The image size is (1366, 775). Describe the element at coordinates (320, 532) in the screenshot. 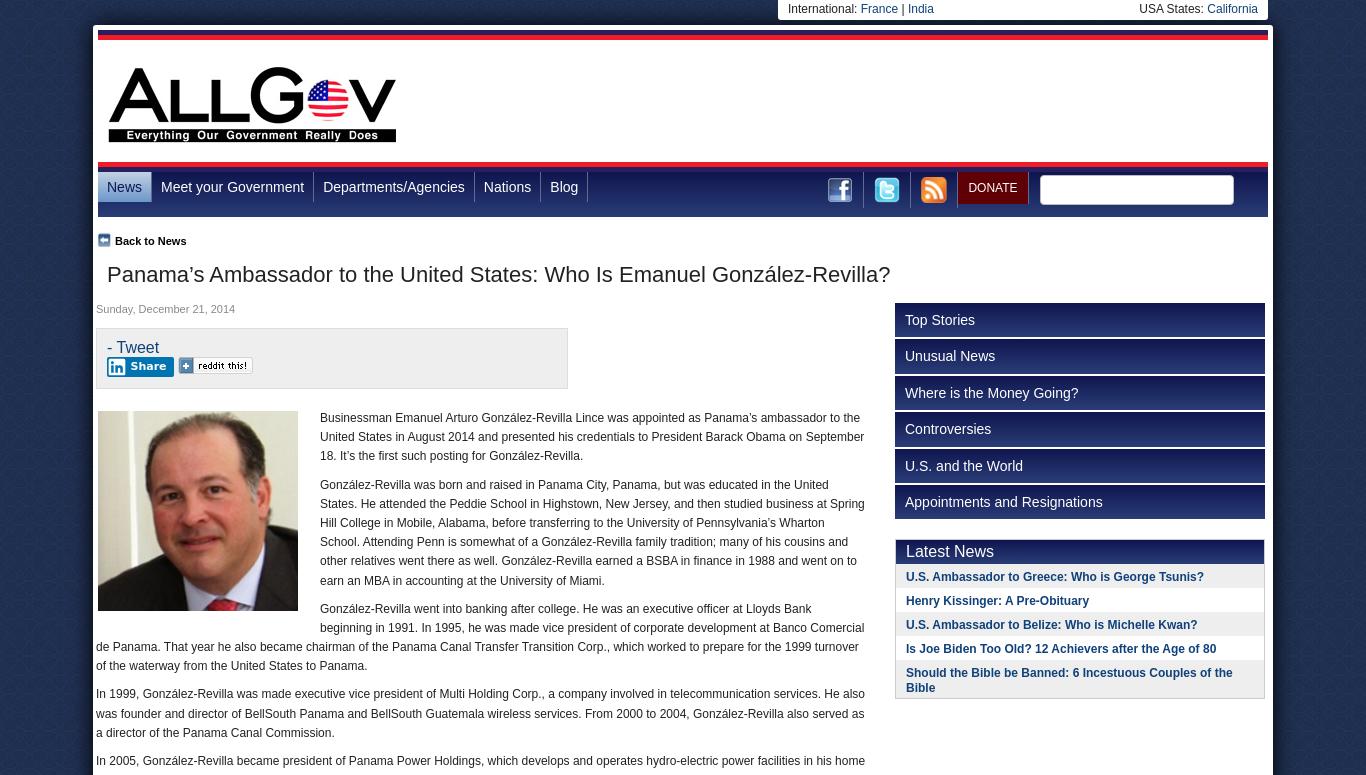

I see `'González-Revilla was born and raised in Panama City, Panama, but was educated in the United States. He attended the Peddie School in Highstown, New Jersey, and then studied business at Spring Hill College in Mobile, Alabama, before transferring to the University of Pennsylvania’s Wharton School. Attending Penn is somewhat of a González-Revilla family tradition; many of his cousins and other relatives went there as well. González-Revilla earned a BSBA in finance in 1988 and went on to earn an MBA in accounting at the University of Miami.'` at that location.